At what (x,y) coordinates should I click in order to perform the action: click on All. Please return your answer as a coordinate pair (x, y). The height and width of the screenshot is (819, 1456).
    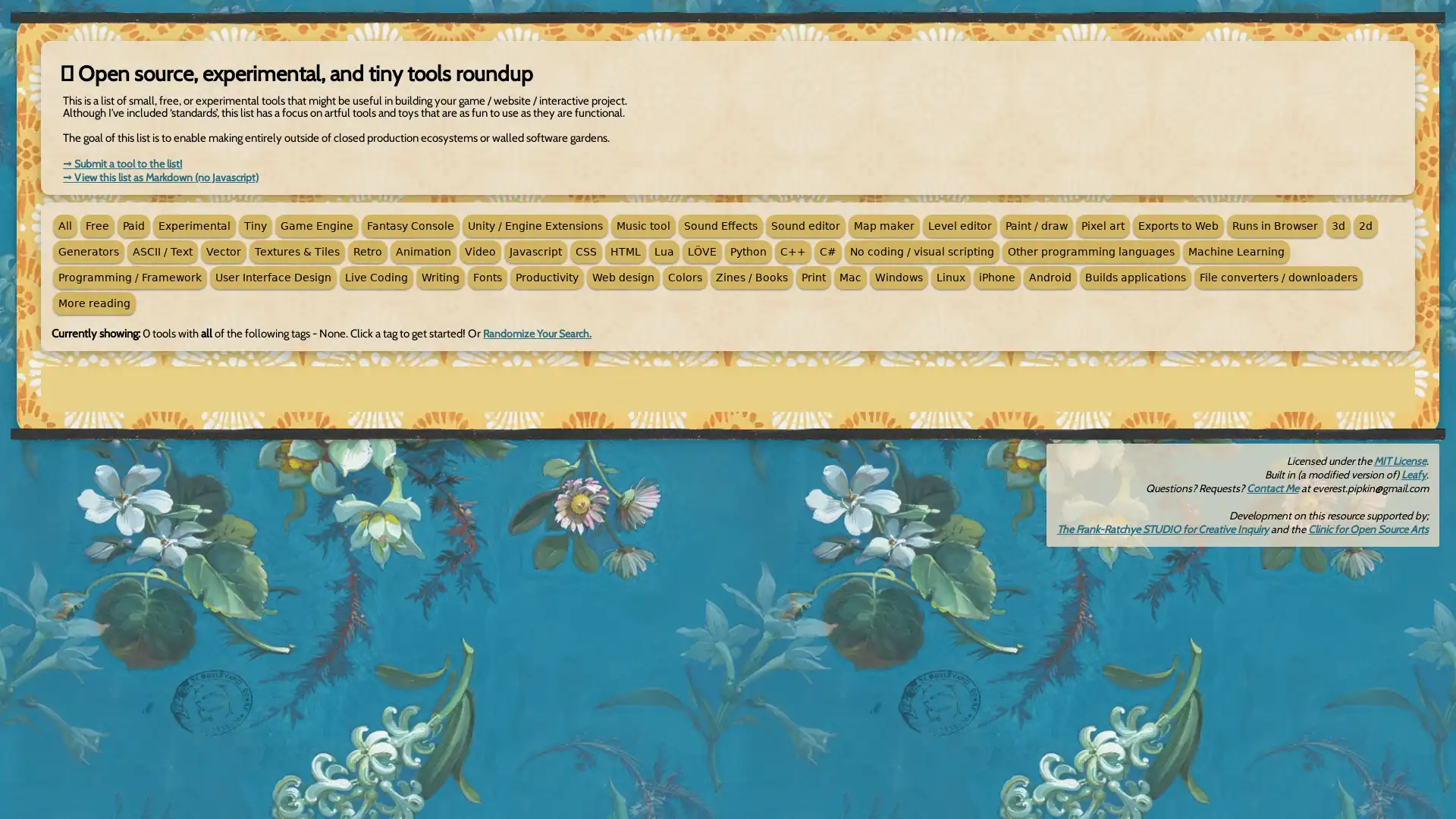
    Looking at the image, I should click on (64, 225).